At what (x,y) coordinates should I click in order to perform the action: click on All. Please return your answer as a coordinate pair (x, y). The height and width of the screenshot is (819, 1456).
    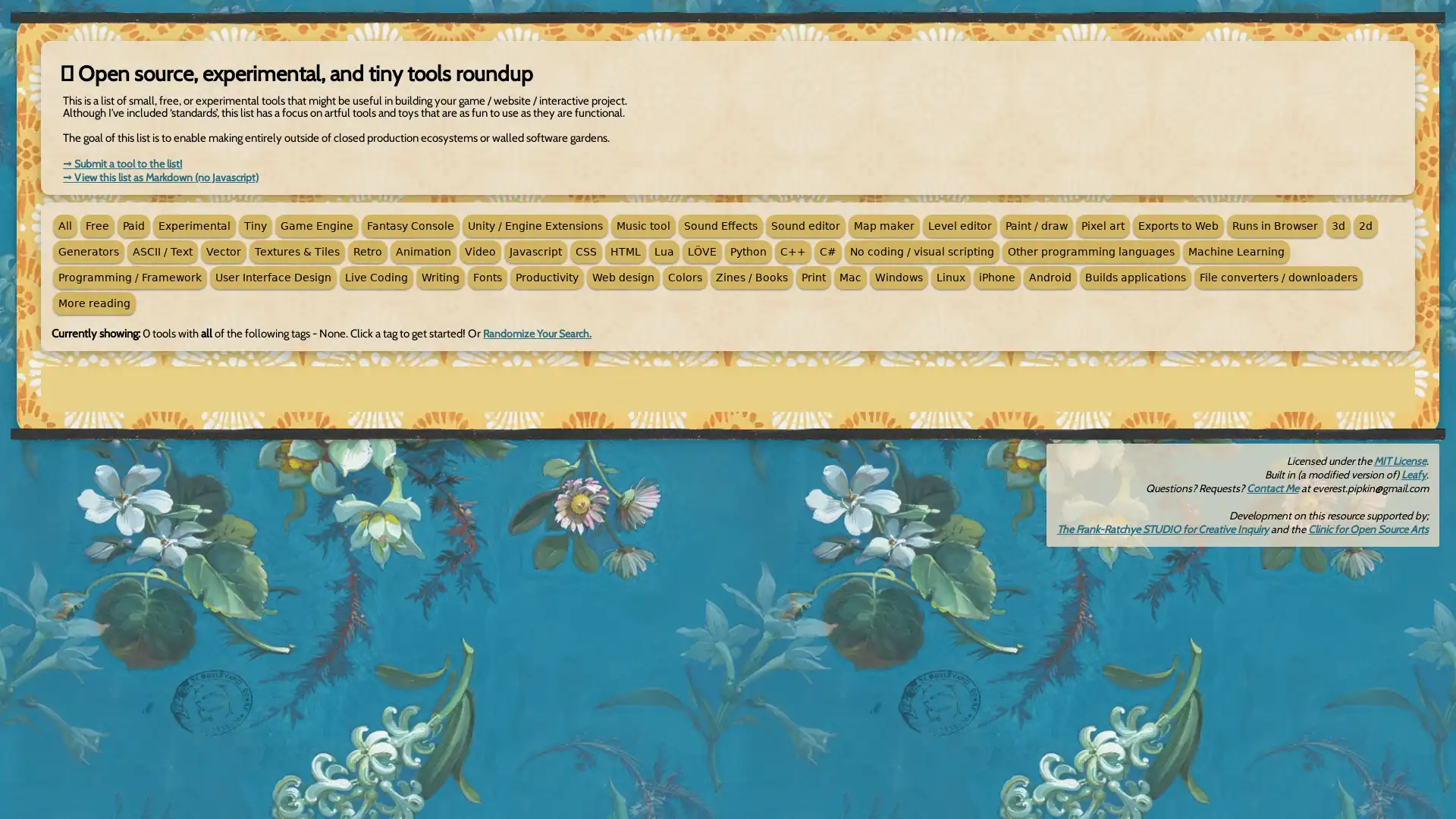
    Looking at the image, I should click on (64, 225).